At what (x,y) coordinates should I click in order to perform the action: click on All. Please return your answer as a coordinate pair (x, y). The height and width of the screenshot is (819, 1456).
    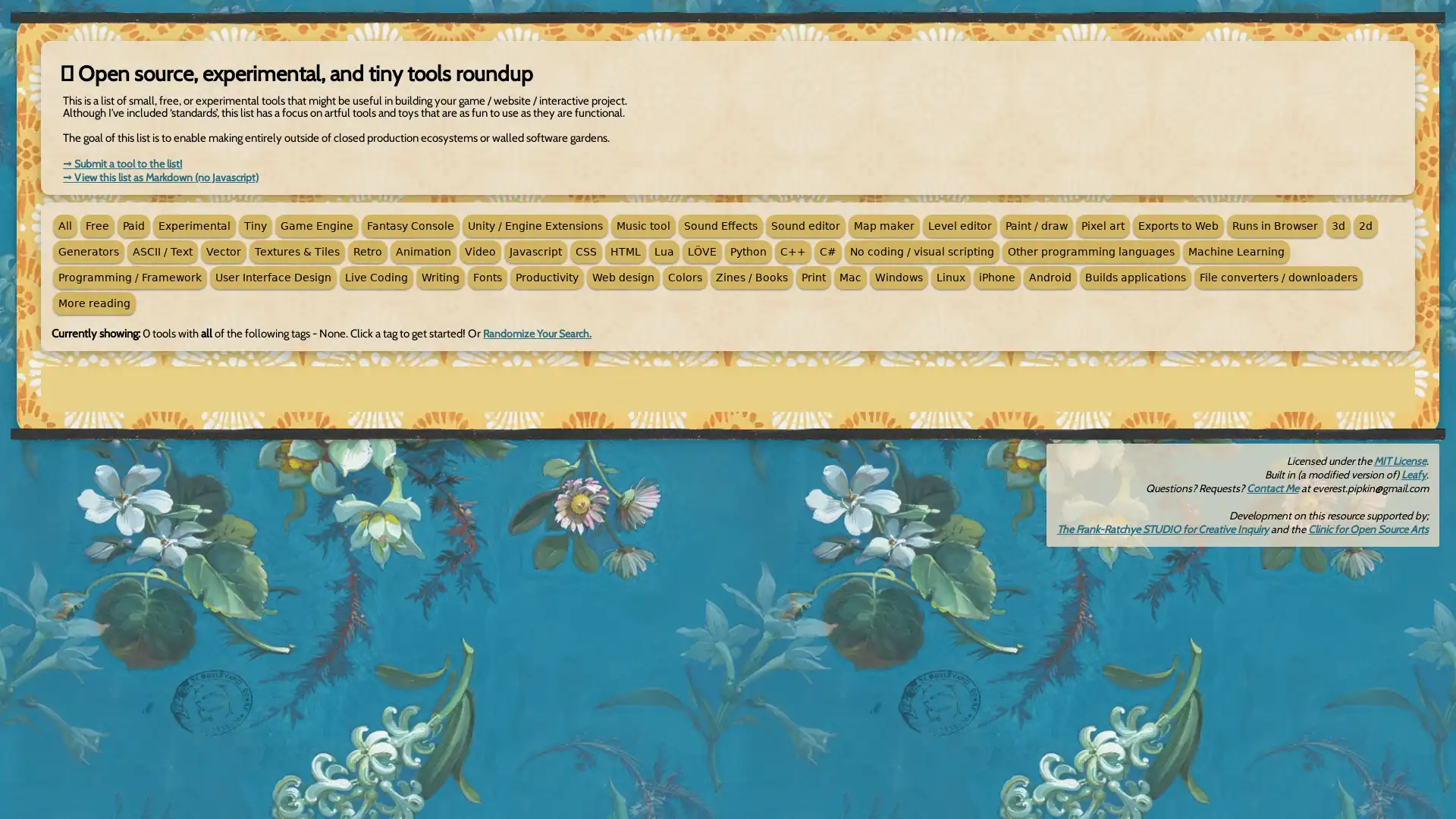
    Looking at the image, I should click on (64, 225).